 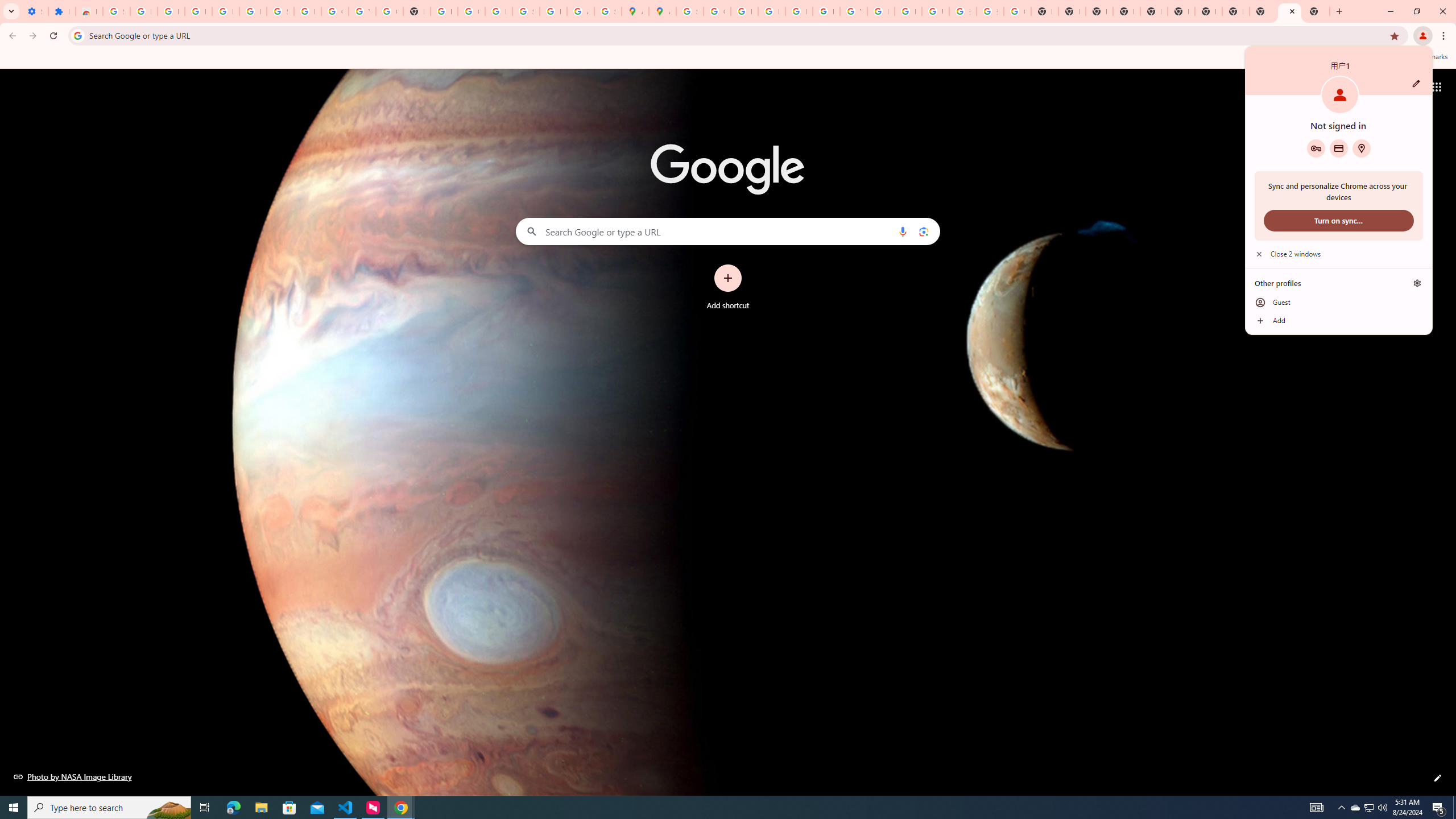 I want to click on 'Close', so click(x=1292, y=11).